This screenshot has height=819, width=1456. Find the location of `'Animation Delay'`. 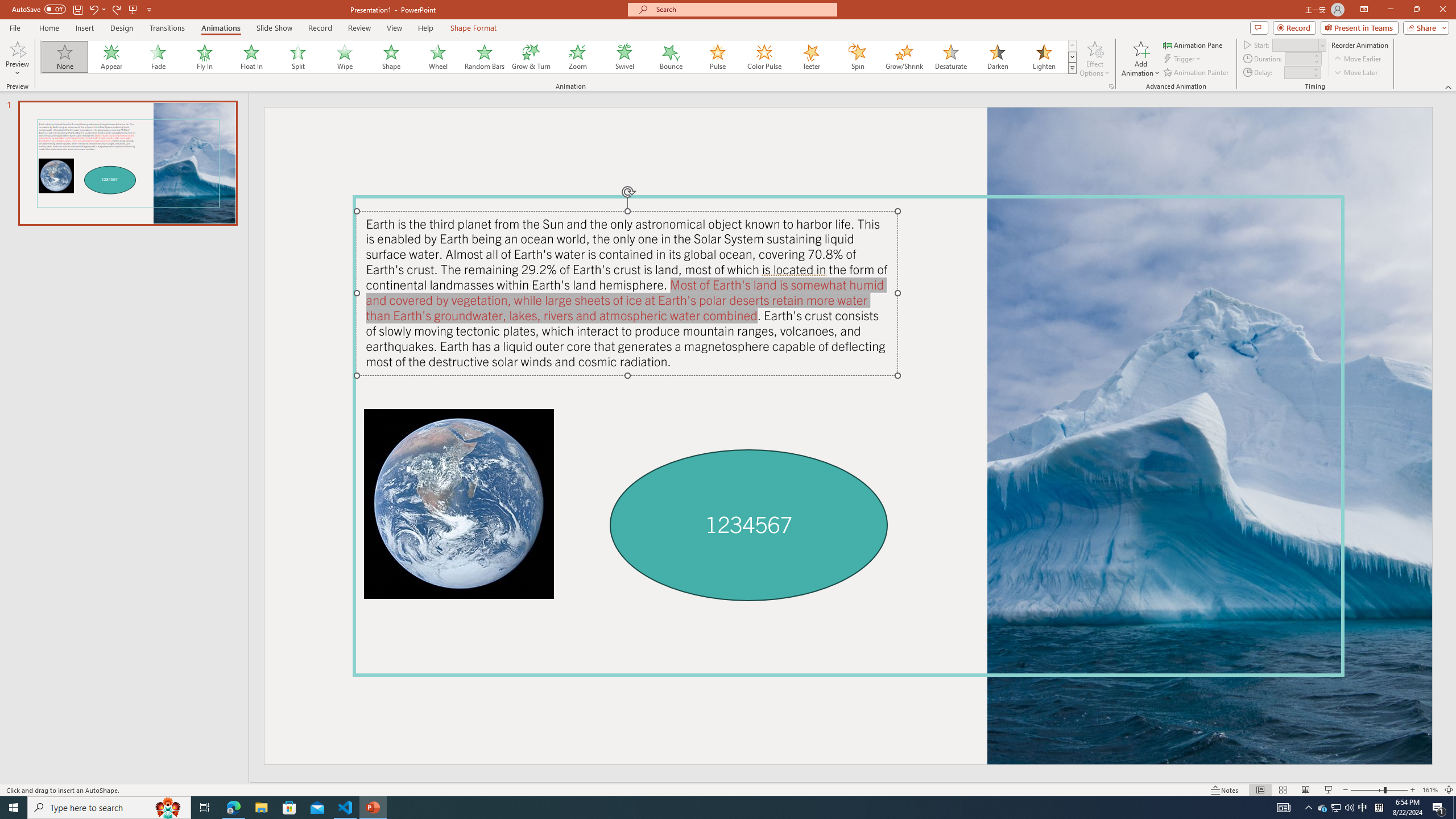

'Animation Delay' is located at coordinates (1296, 72).